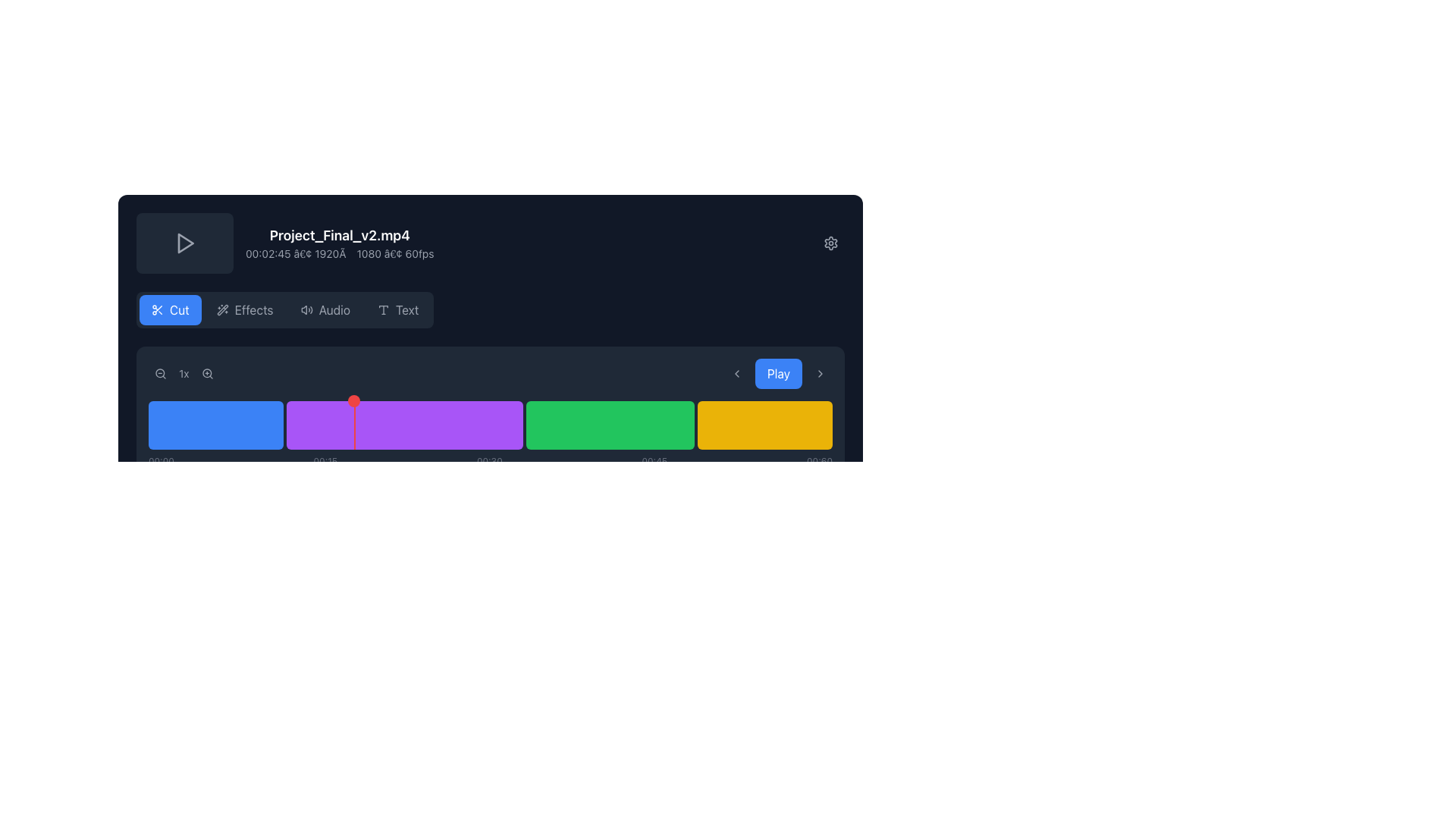  I want to click on the static text label displaying the timestamp '00:60', so click(818, 461).